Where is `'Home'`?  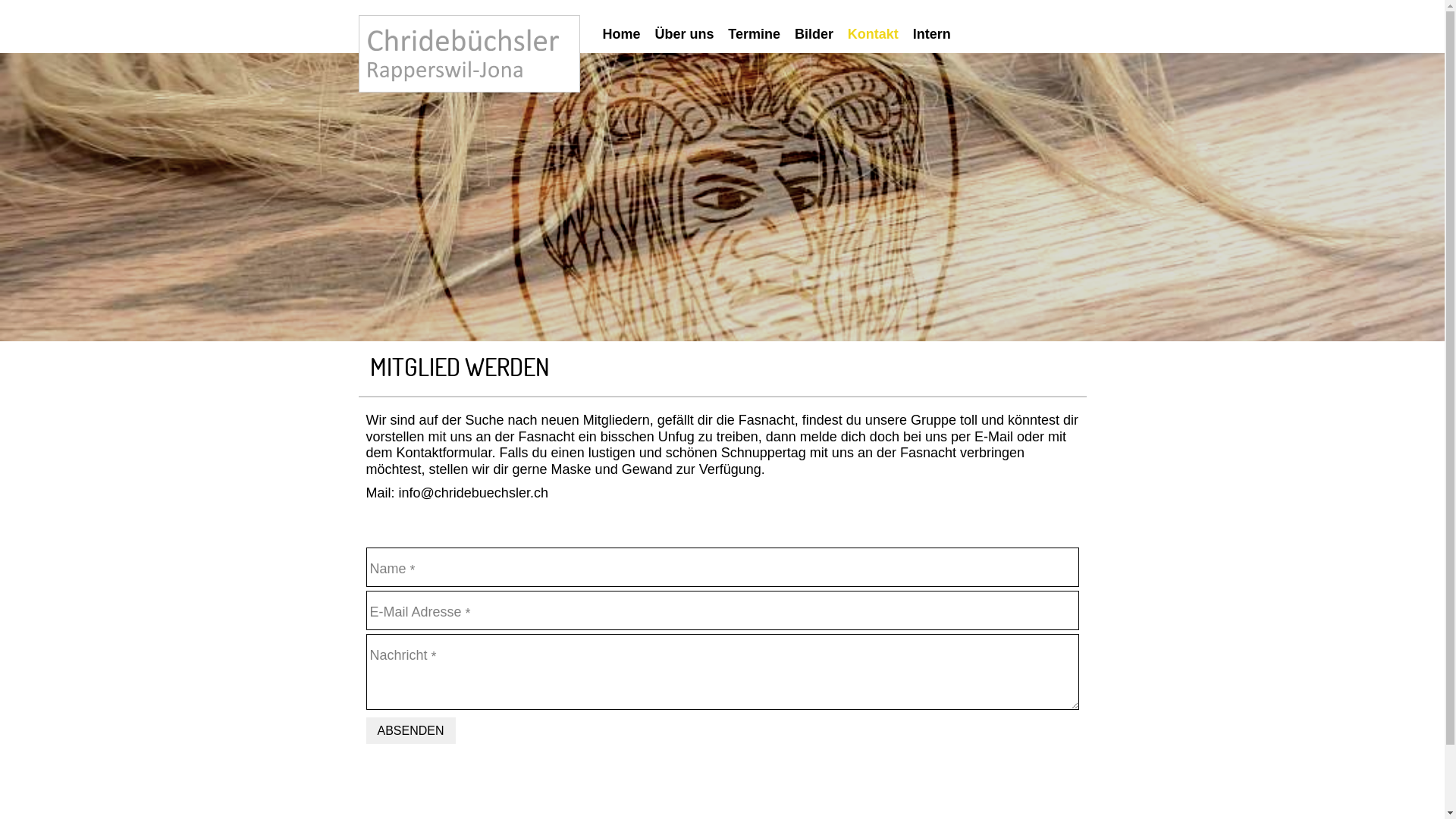 'Home' is located at coordinates (626, 34).